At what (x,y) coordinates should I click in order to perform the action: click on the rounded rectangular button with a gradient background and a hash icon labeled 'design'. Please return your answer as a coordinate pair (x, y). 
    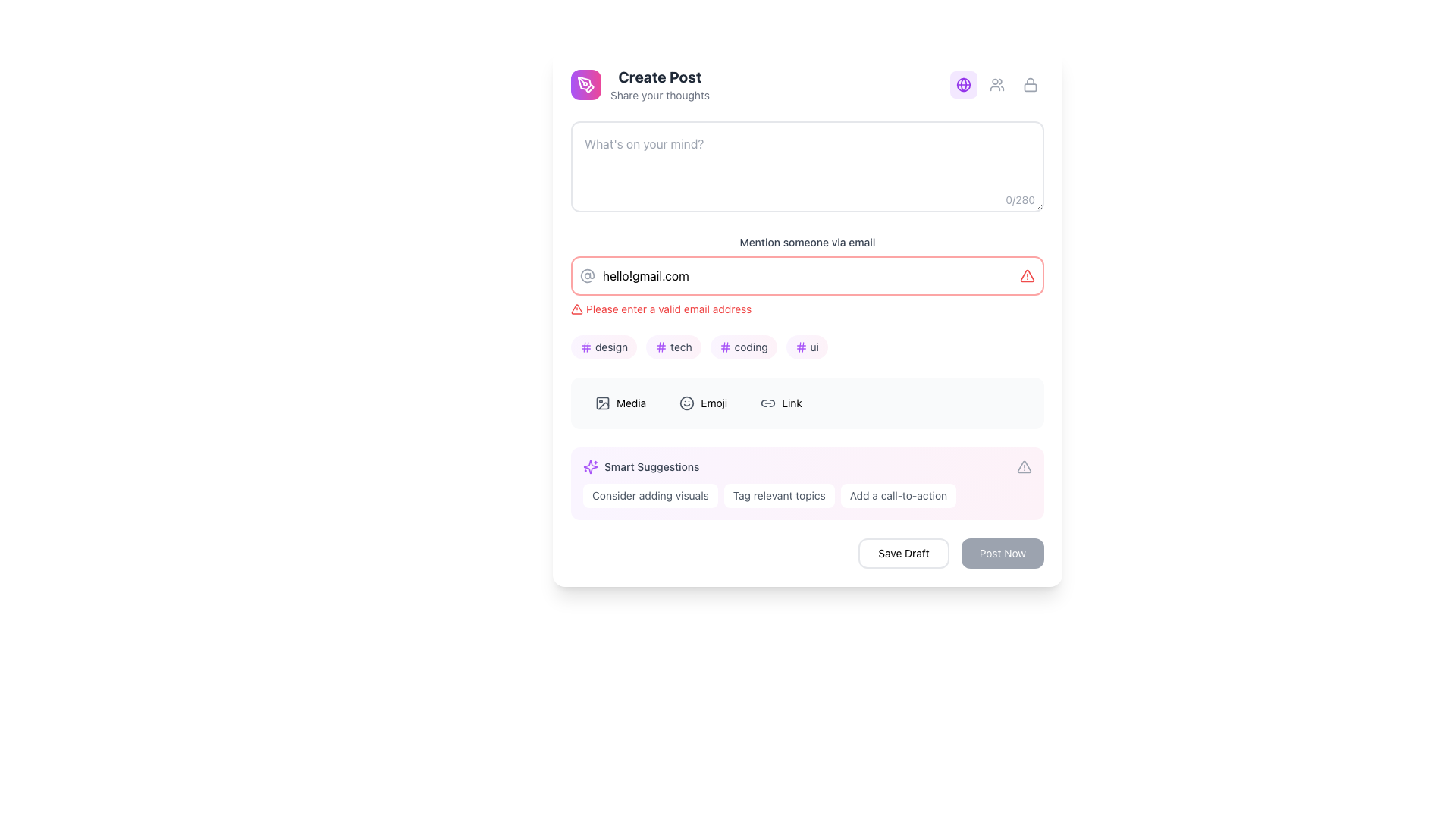
    Looking at the image, I should click on (603, 347).